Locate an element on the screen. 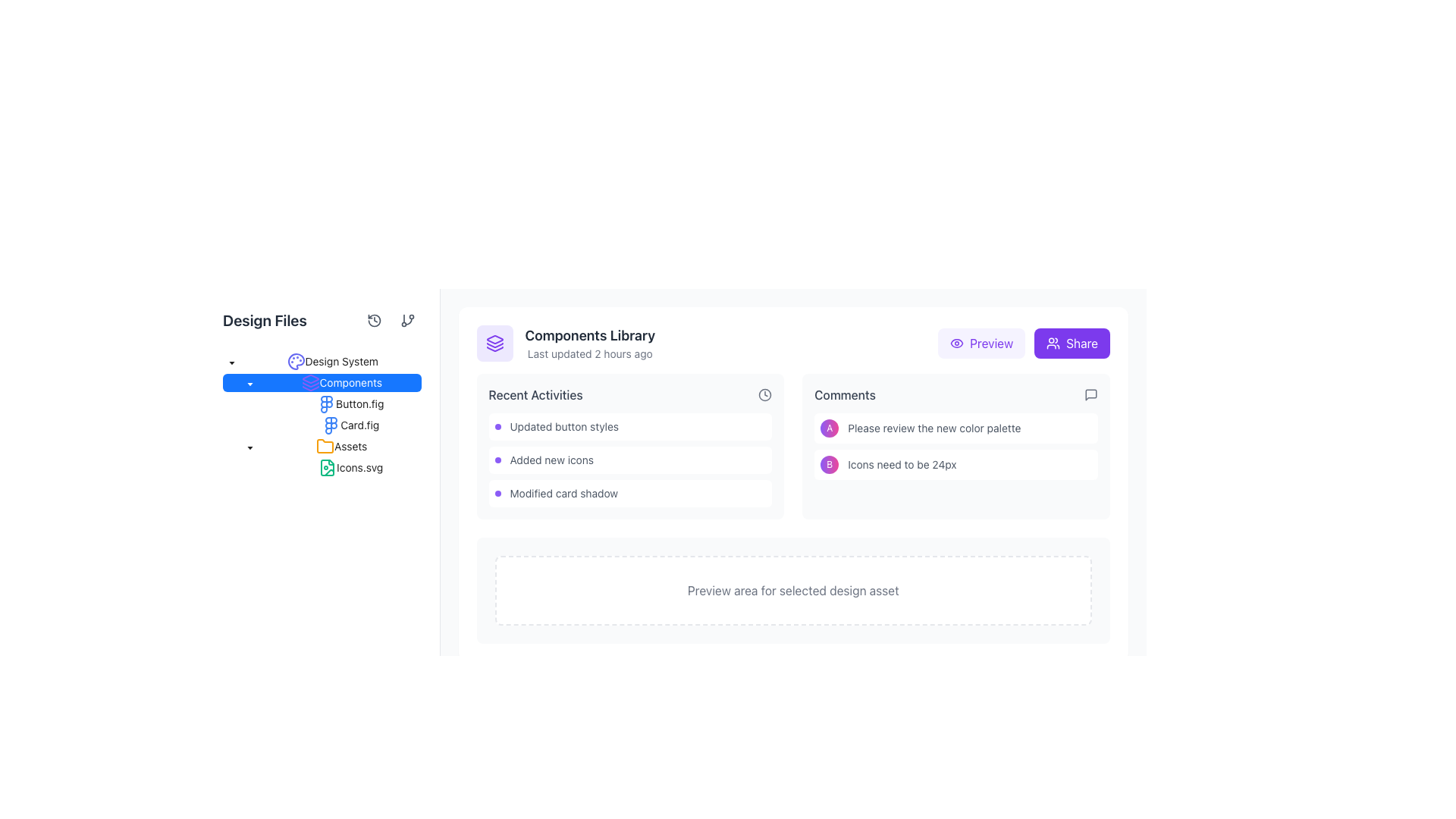 The height and width of the screenshot is (819, 1456). the icon representing the 'Button.fig' file in the left sidebar, located under the 'Components' folder is located at coordinates (326, 403).